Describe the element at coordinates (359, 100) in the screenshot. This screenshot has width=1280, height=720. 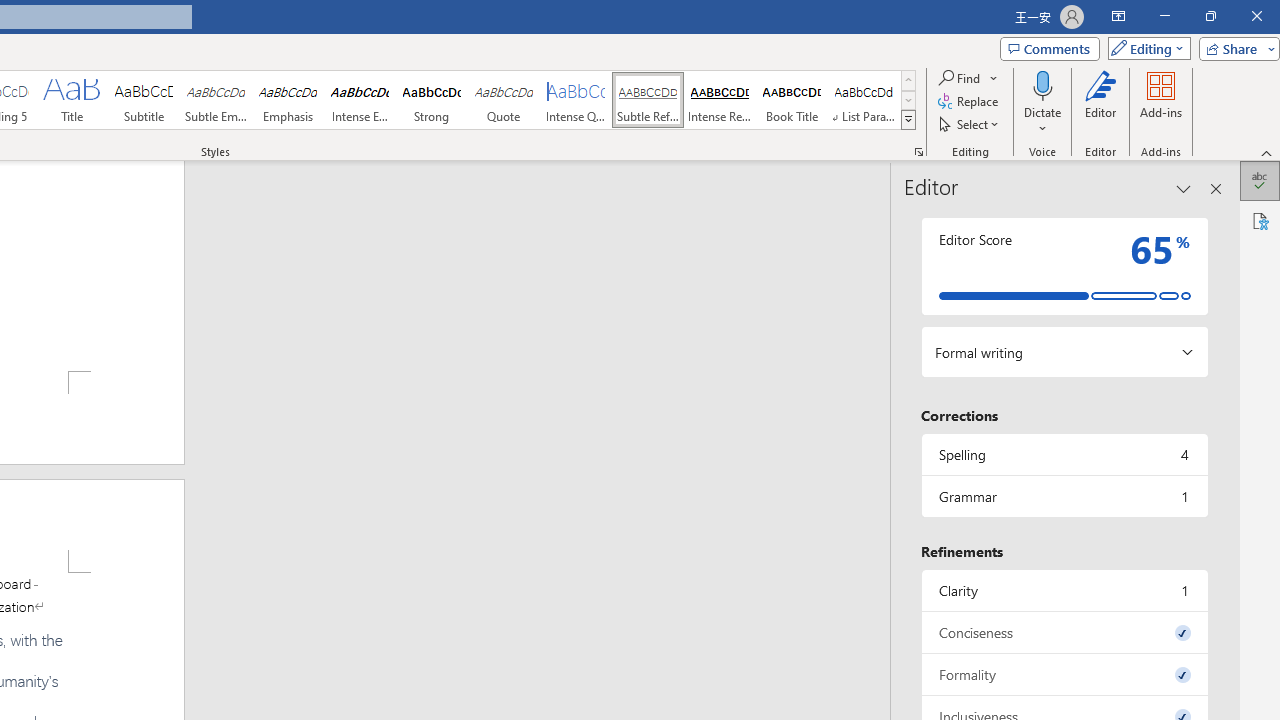
I see `'Intense Emphasis'` at that location.